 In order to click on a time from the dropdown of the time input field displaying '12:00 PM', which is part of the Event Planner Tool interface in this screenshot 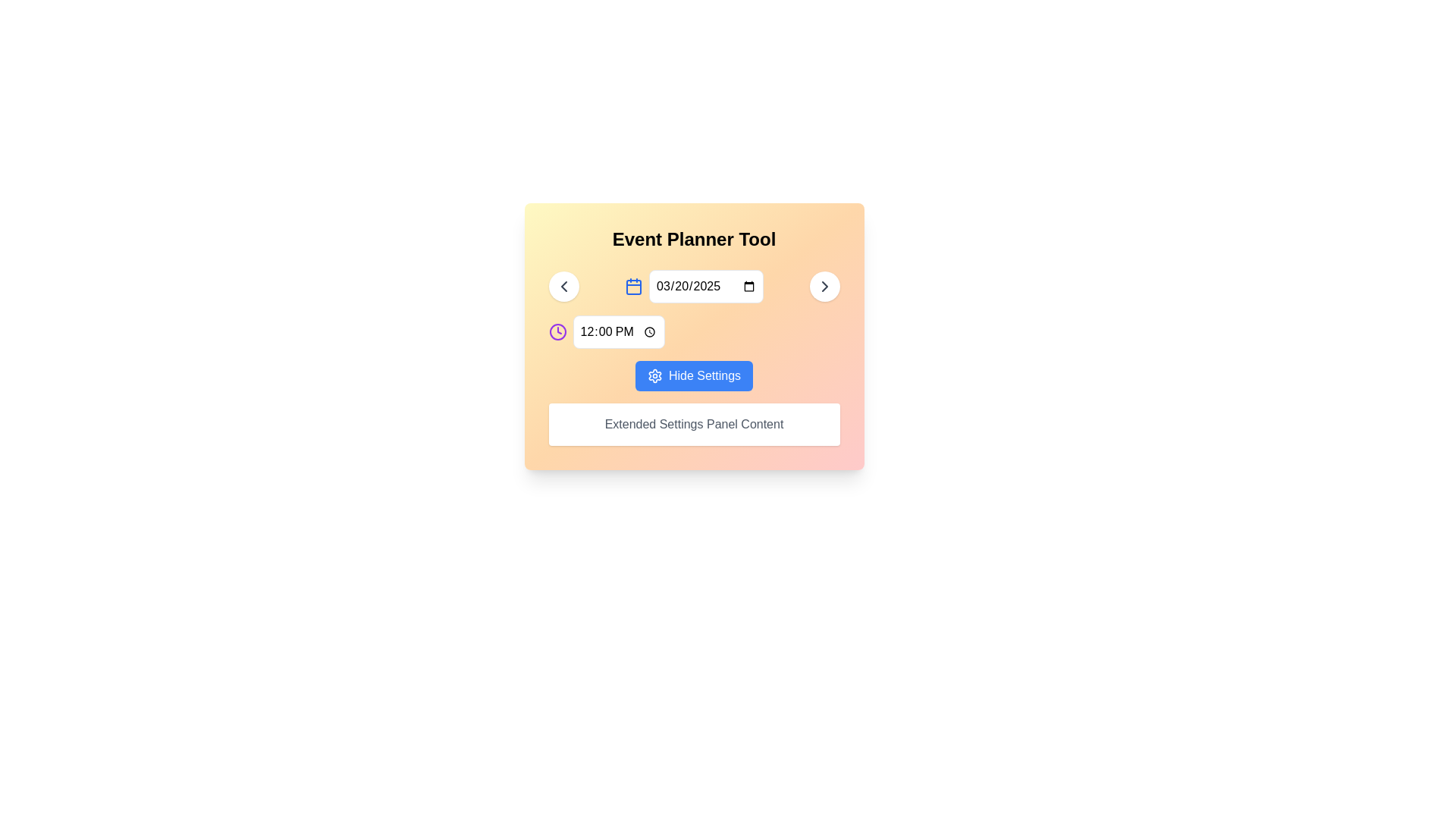, I will do `click(619, 331)`.